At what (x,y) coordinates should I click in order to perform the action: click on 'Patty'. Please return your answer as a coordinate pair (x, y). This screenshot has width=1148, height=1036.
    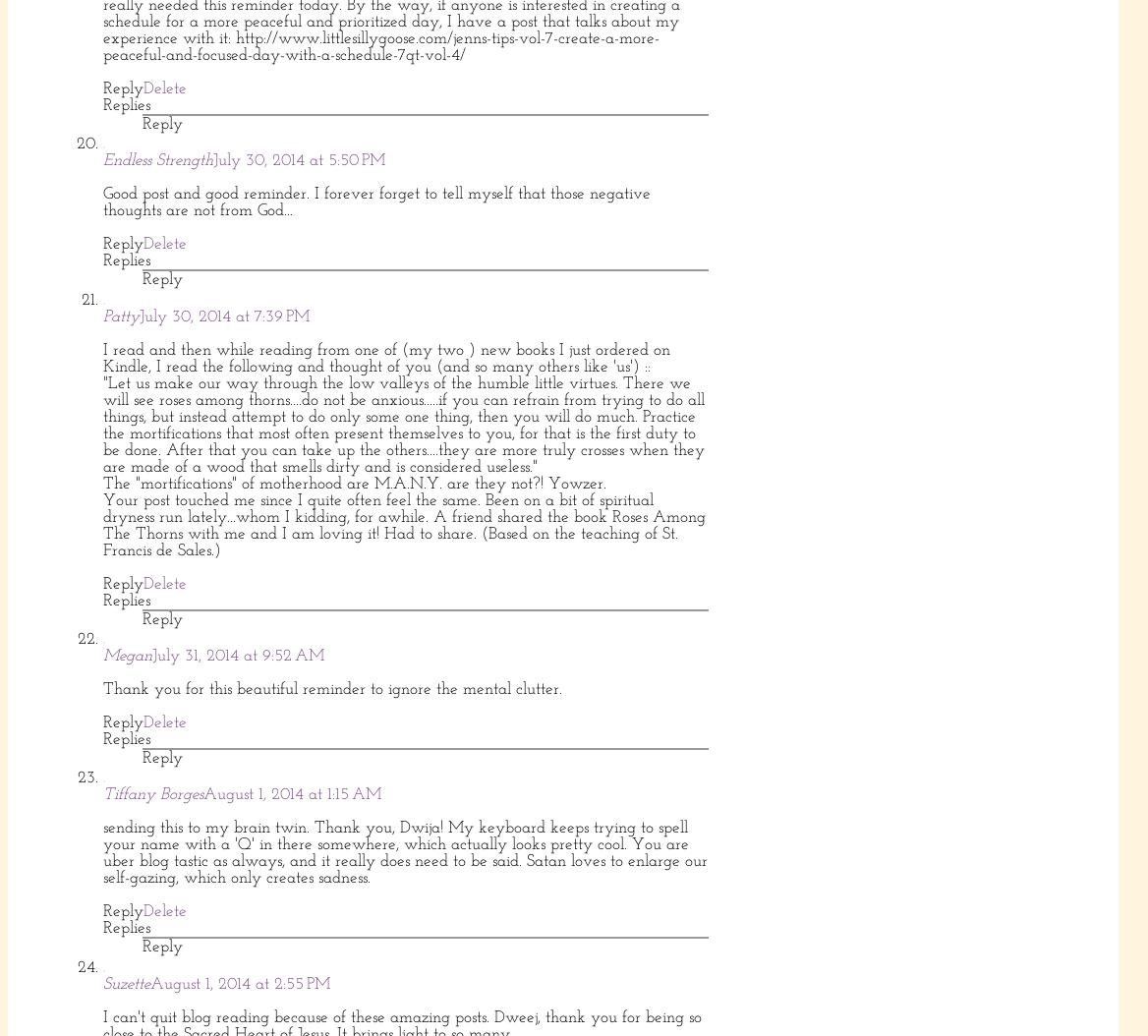
    Looking at the image, I should click on (120, 316).